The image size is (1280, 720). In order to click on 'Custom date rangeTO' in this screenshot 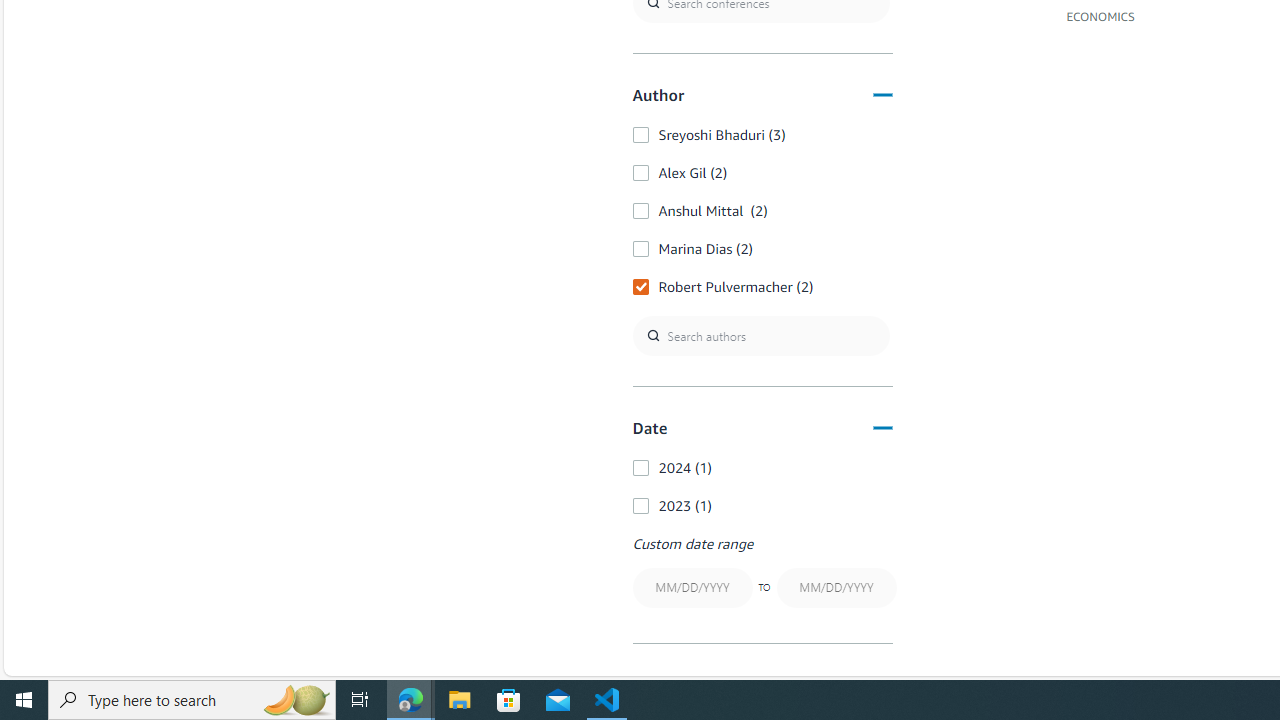, I will do `click(761, 574)`.